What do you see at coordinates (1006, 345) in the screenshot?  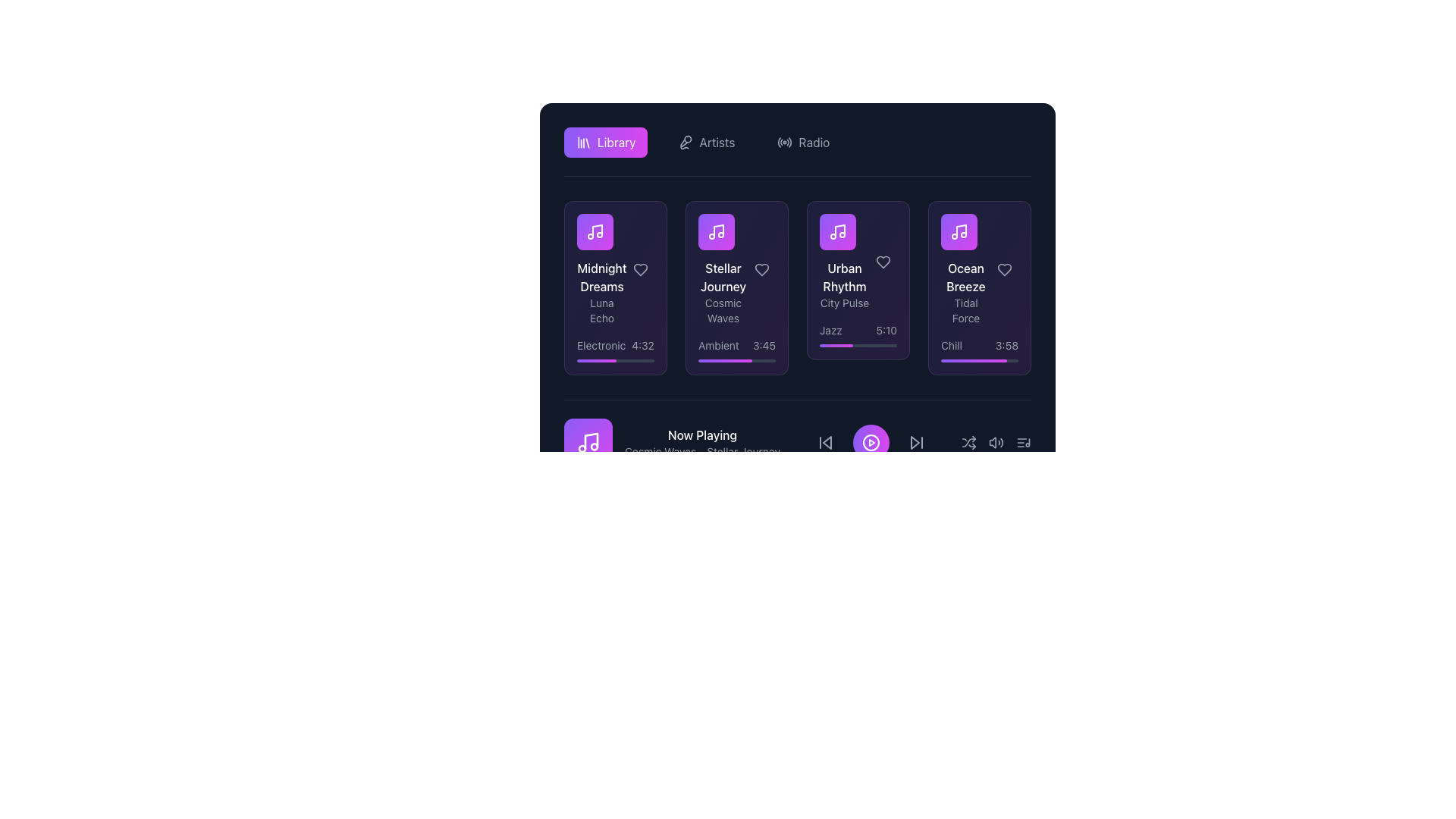 I see `displayed information from the text label indicating the duration of the audio track located at the bottom-right of the 'Chill' card` at bounding box center [1006, 345].